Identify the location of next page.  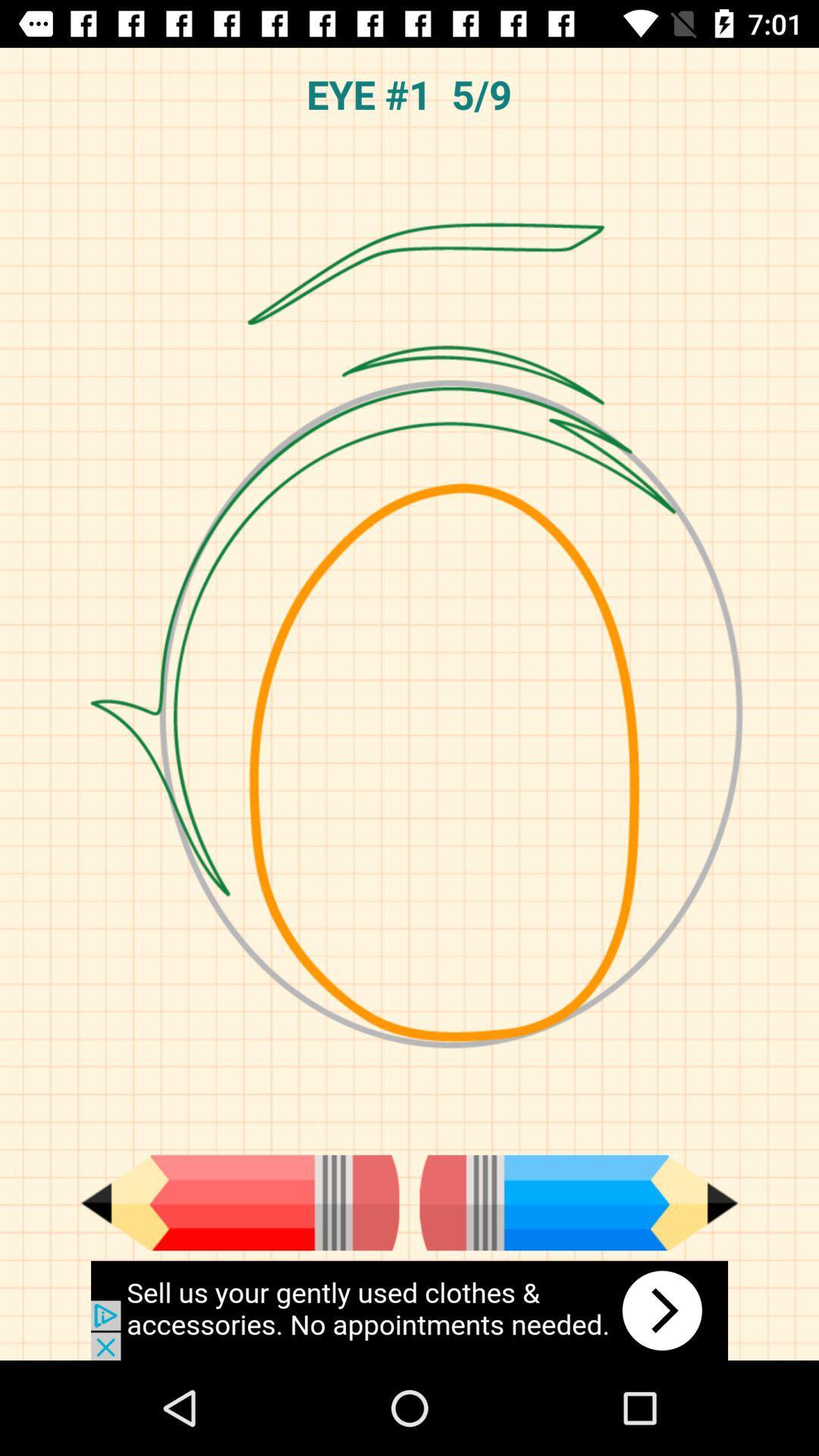
(579, 1202).